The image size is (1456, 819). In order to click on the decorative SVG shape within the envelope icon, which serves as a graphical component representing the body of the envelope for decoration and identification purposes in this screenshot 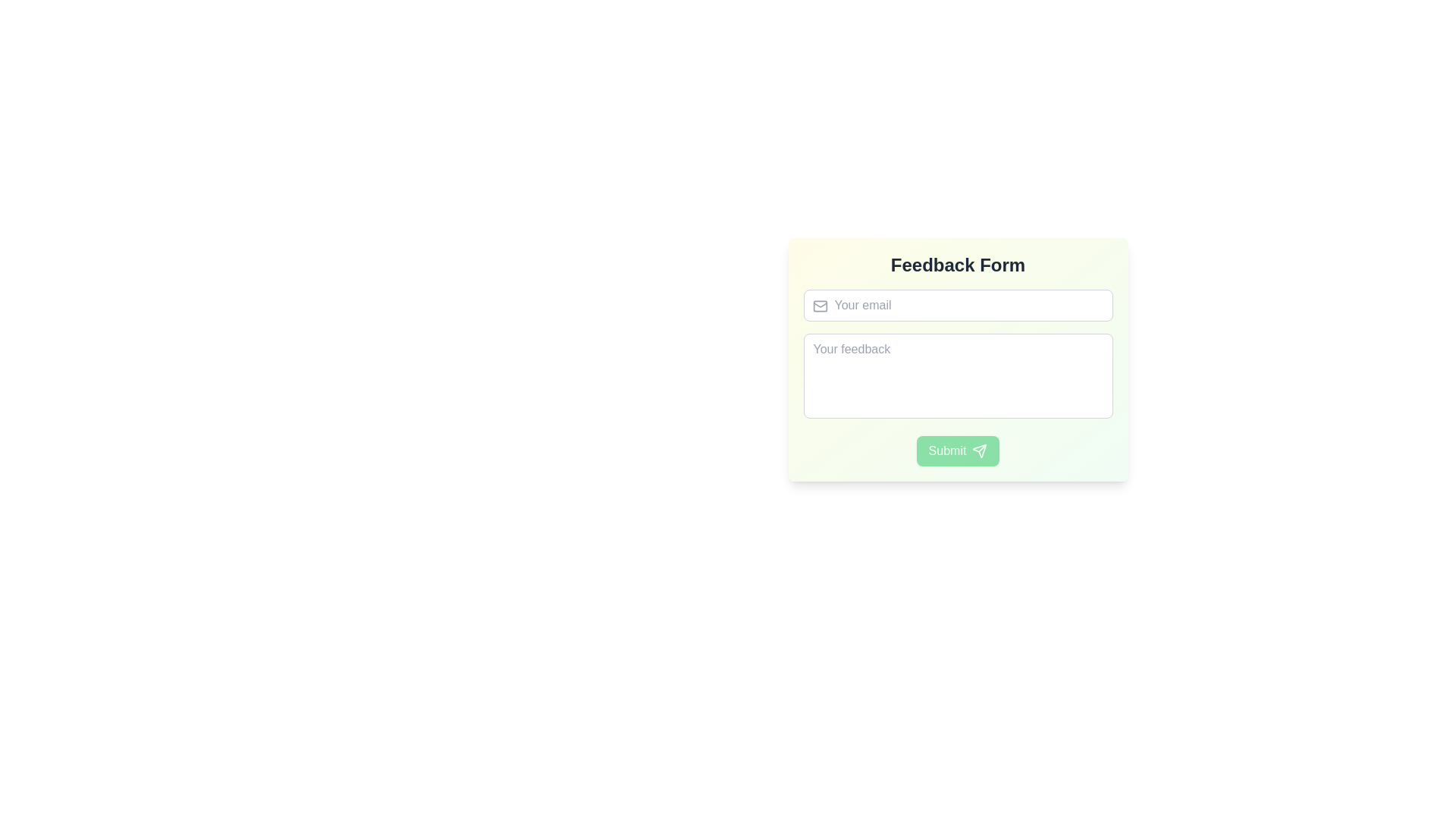, I will do `click(819, 306)`.